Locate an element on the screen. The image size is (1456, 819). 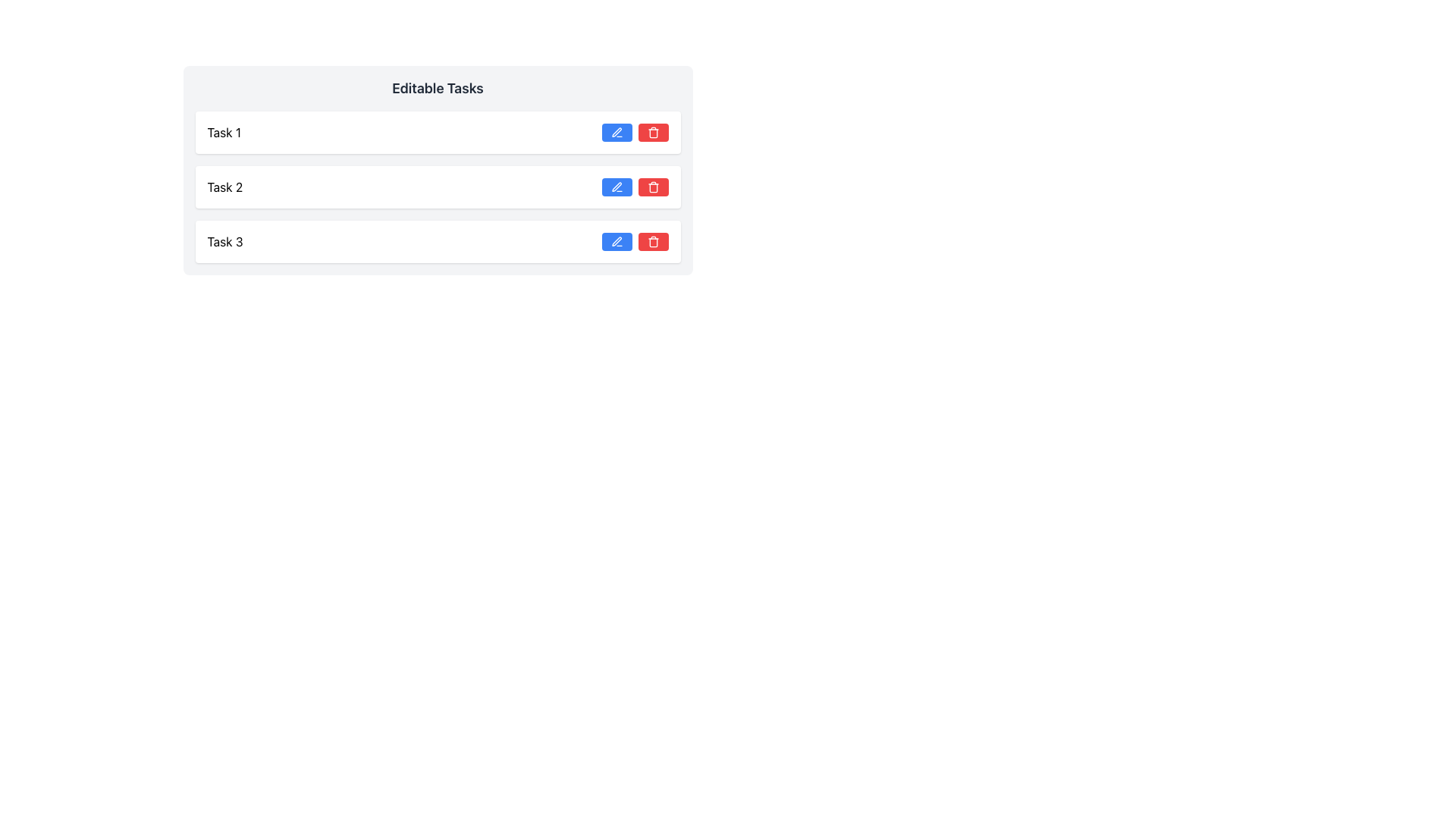
the pen-shaped icon within the blue button on the second row of tasks is located at coordinates (617, 186).